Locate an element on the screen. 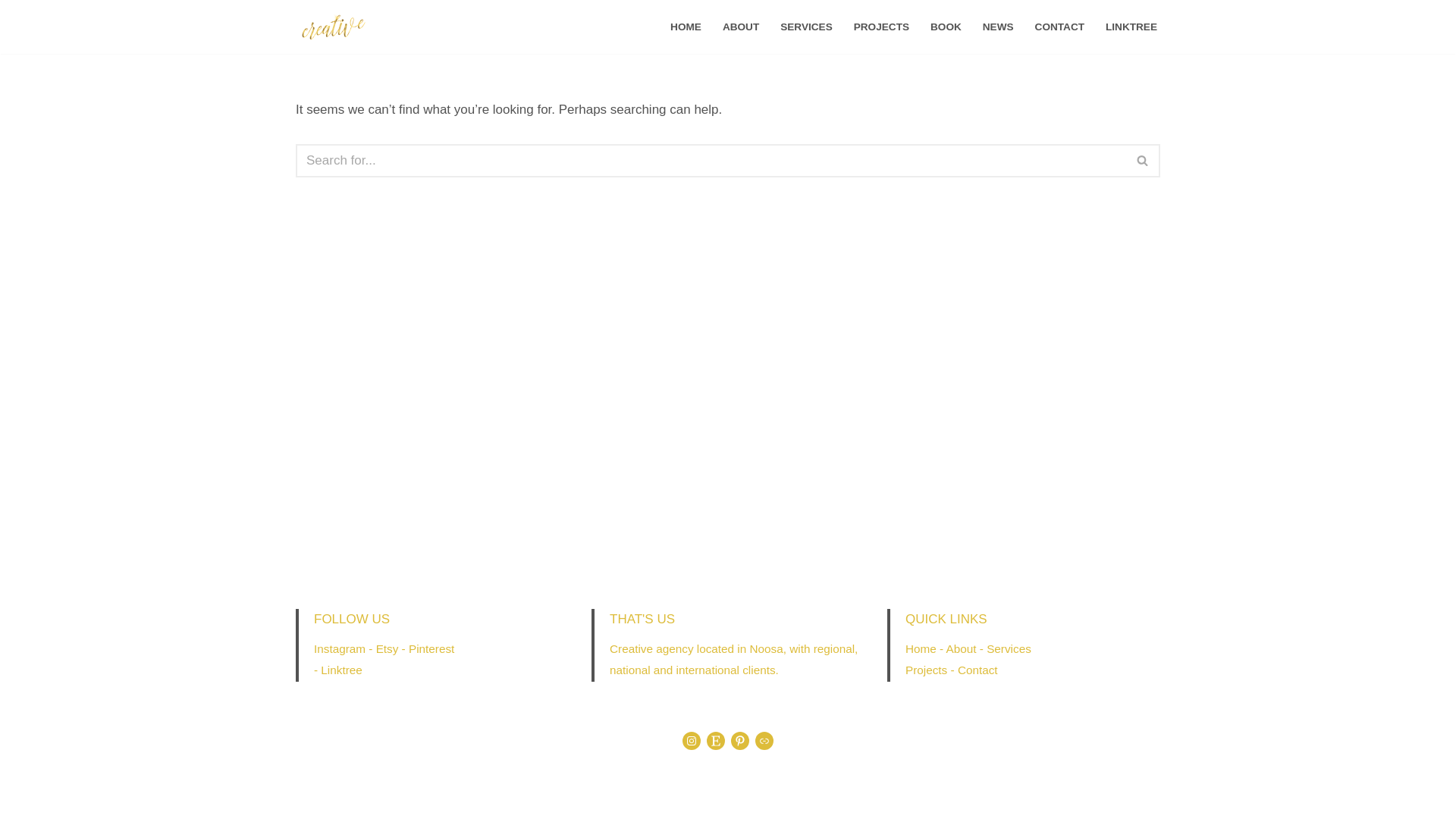 The image size is (1456, 819). 'Contact' is located at coordinates (977, 669).